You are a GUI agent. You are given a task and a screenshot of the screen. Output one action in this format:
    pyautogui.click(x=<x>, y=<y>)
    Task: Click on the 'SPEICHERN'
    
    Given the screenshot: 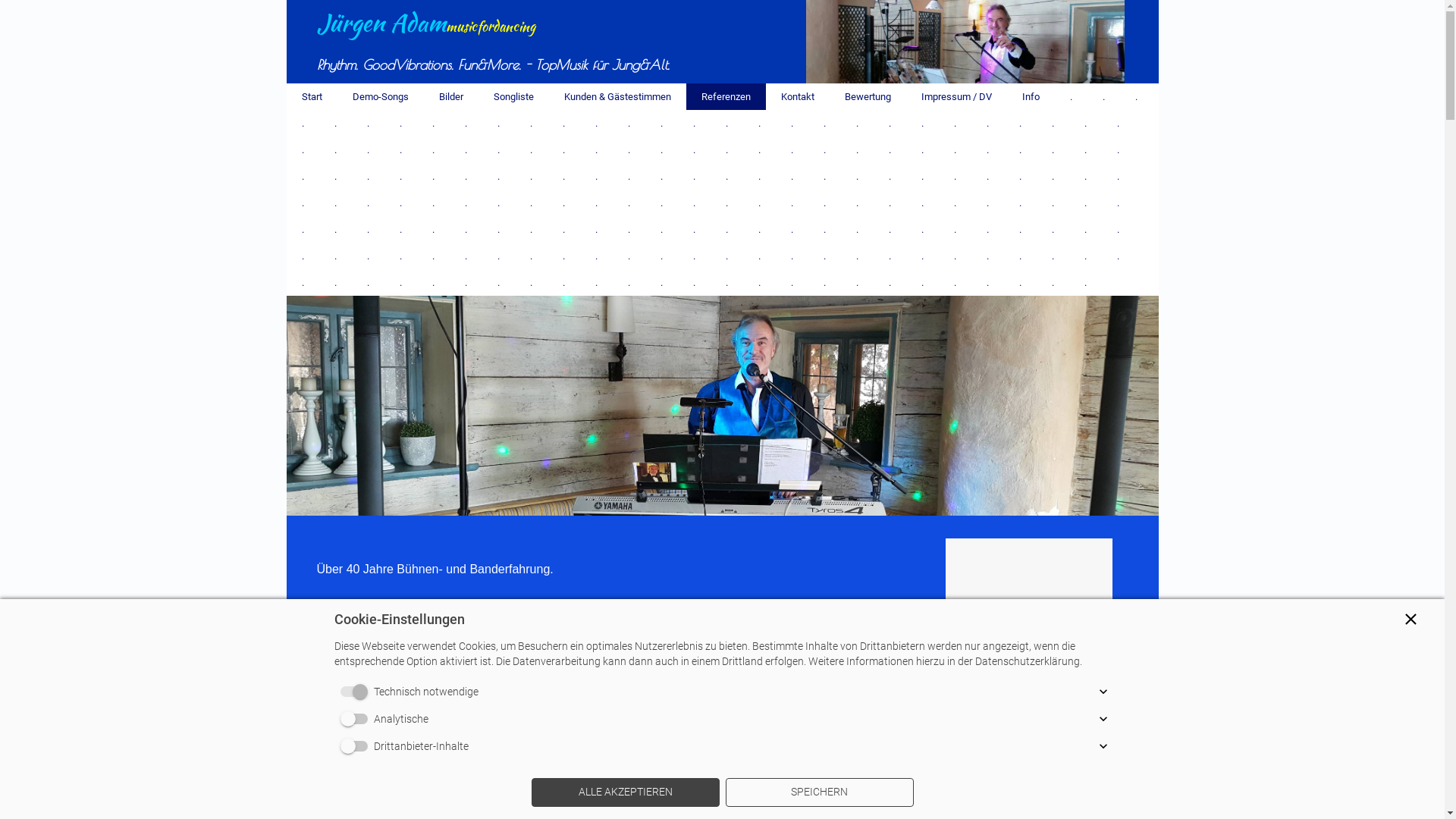 What is the action you would take?
    pyautogui.click(x=818, y=792)
    